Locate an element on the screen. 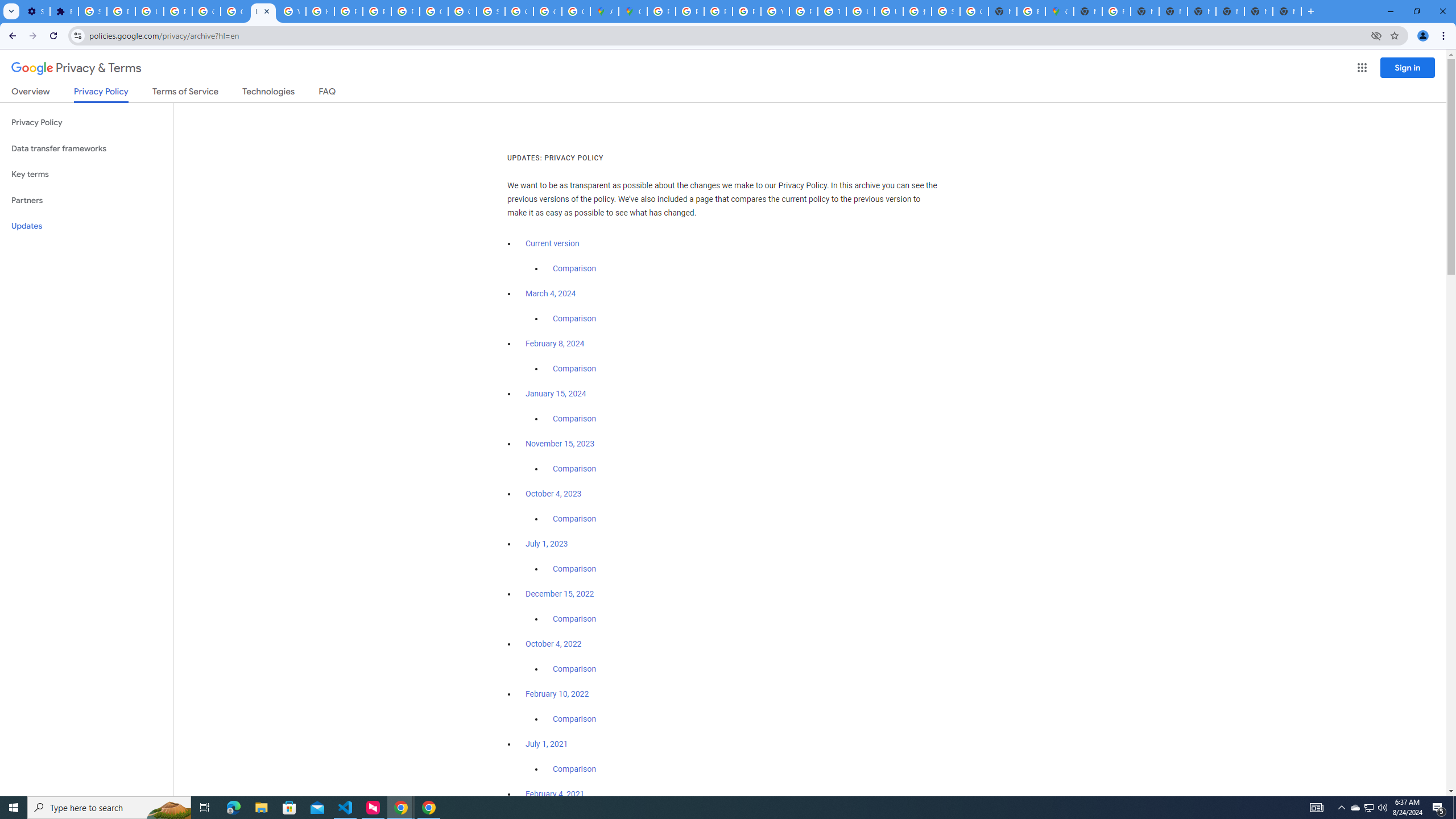 Image resolution: width=1456 pixels, height=819 pixels. 'Extensions' is located at coordinates (63, 11).